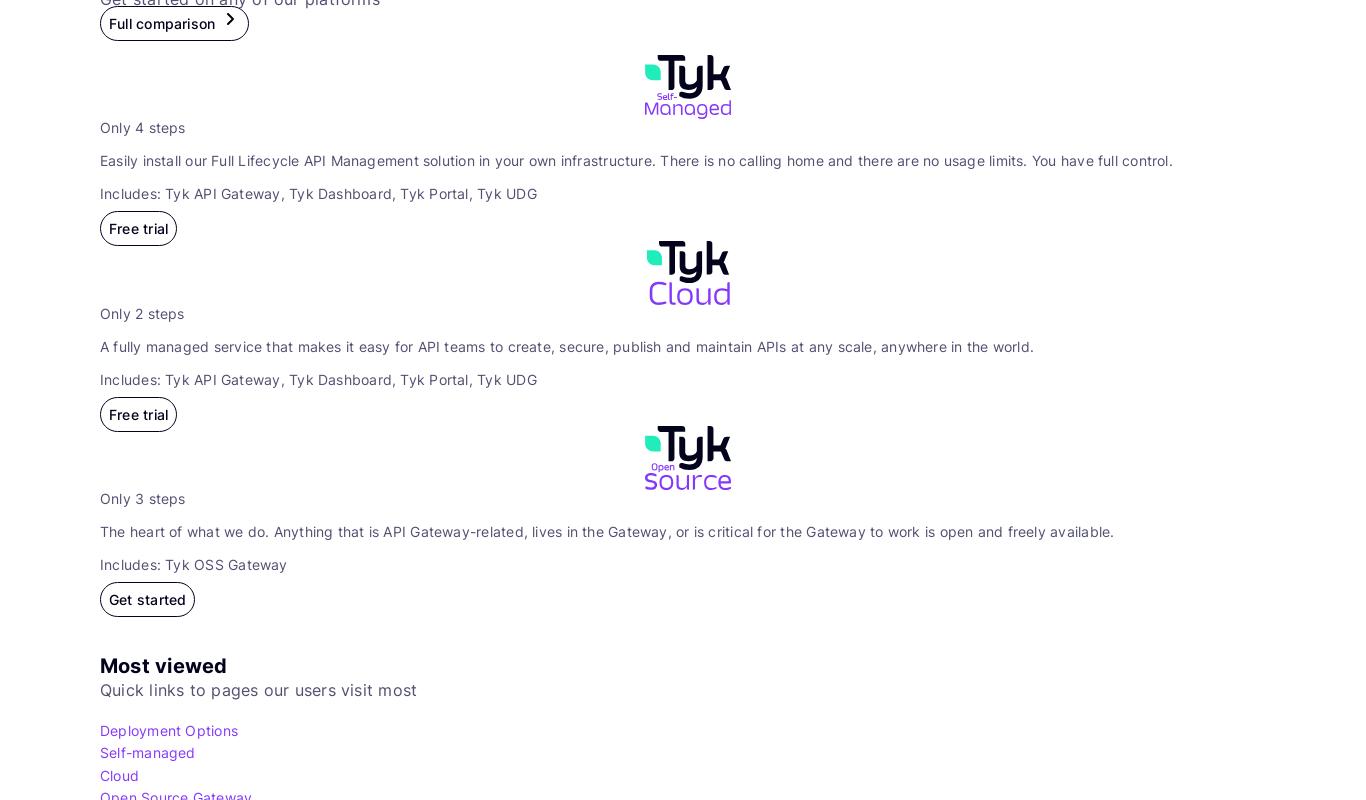 The height and width of the screenshot is (800, 1366). I want to click on 'Only 4 steps', so click(141, 126).